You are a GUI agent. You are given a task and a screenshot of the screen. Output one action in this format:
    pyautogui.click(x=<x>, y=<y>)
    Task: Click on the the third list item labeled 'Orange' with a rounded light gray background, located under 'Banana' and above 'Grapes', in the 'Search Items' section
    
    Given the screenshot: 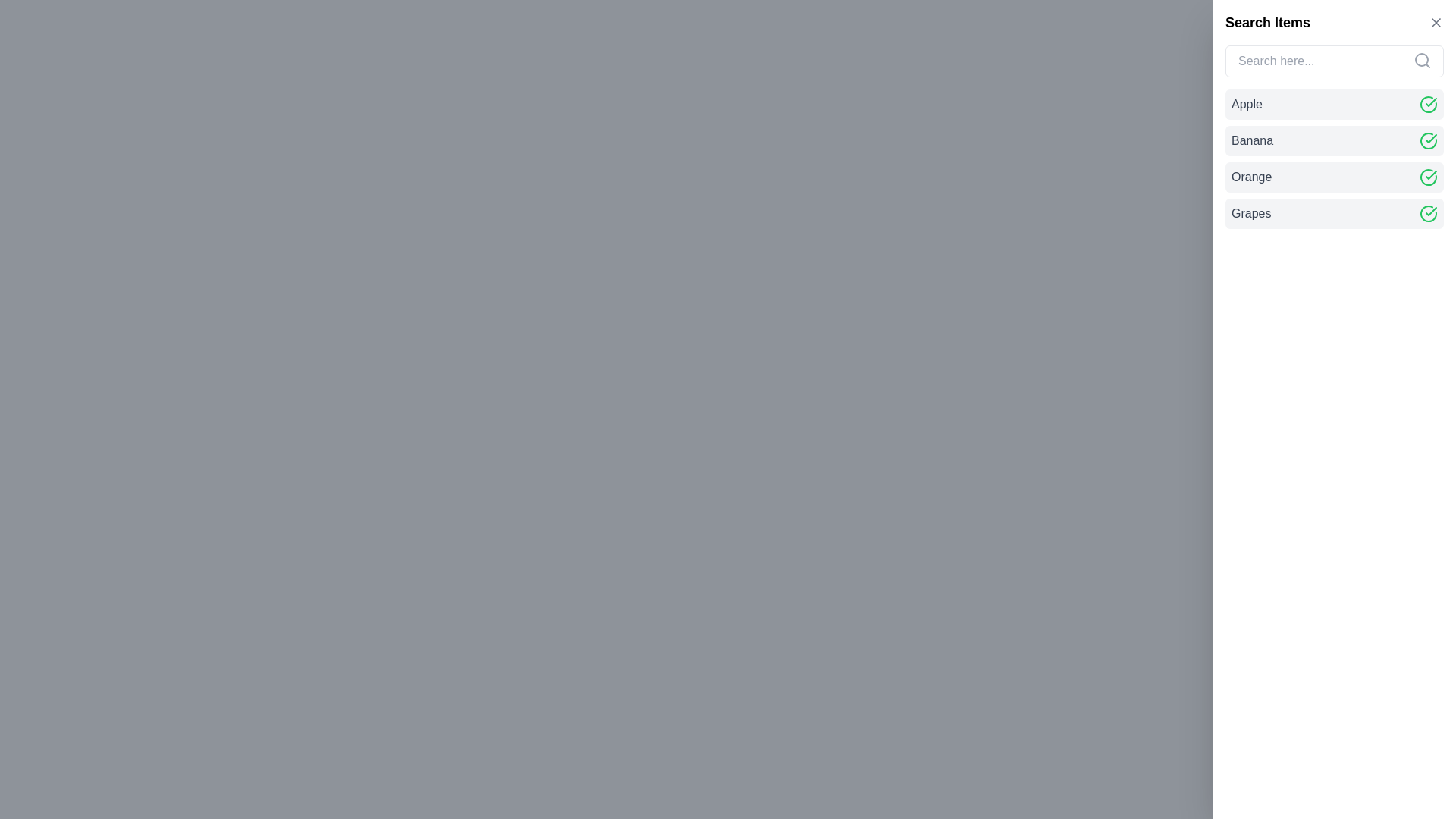 What is the action you would take?
    pyautogui.click(x=1335, y=177)
    